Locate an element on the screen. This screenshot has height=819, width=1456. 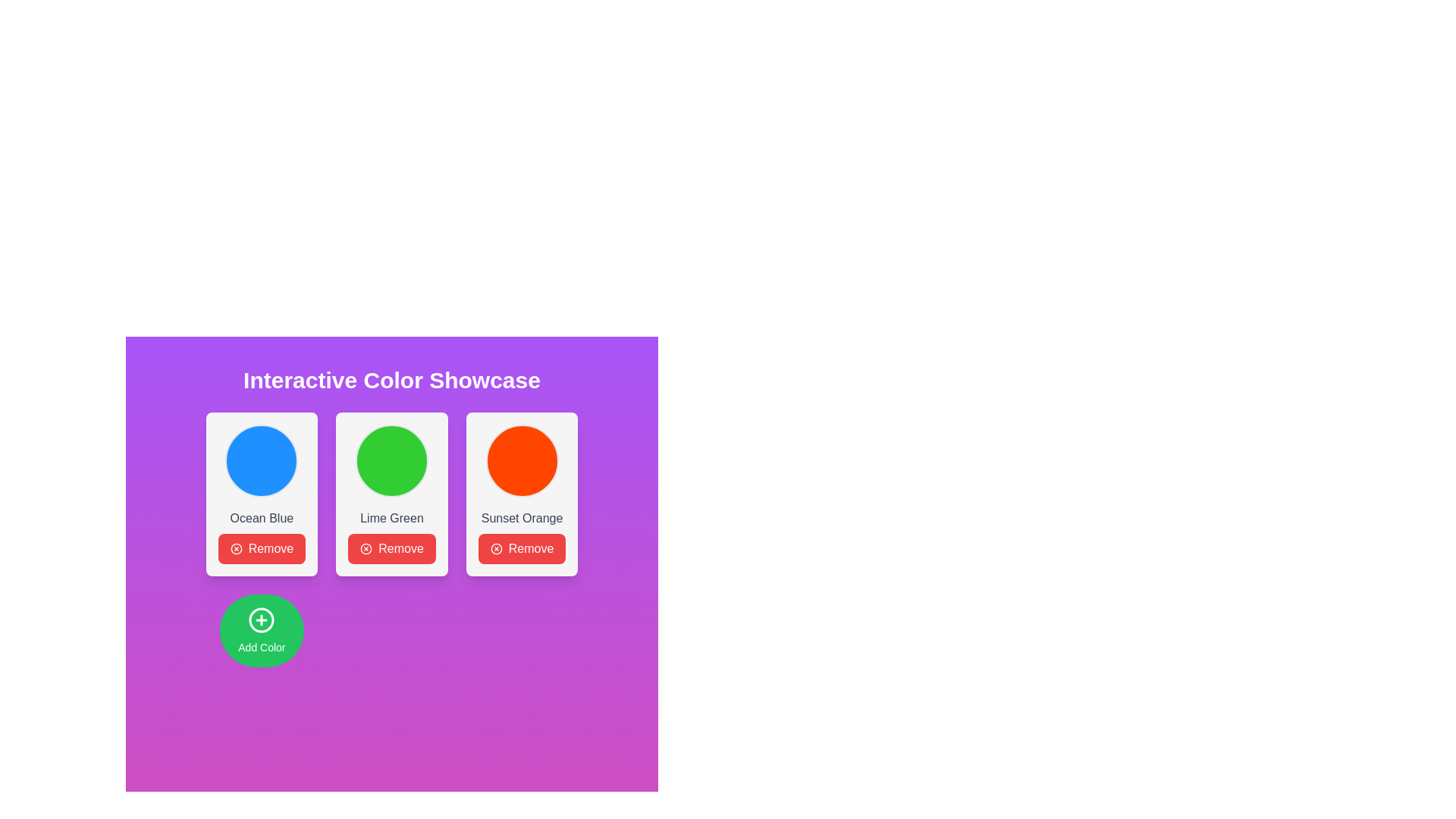
the decorative icon that enhances the 'Remove' button located within the 'Sunset Orange' card is located at coordinates (496, 549).